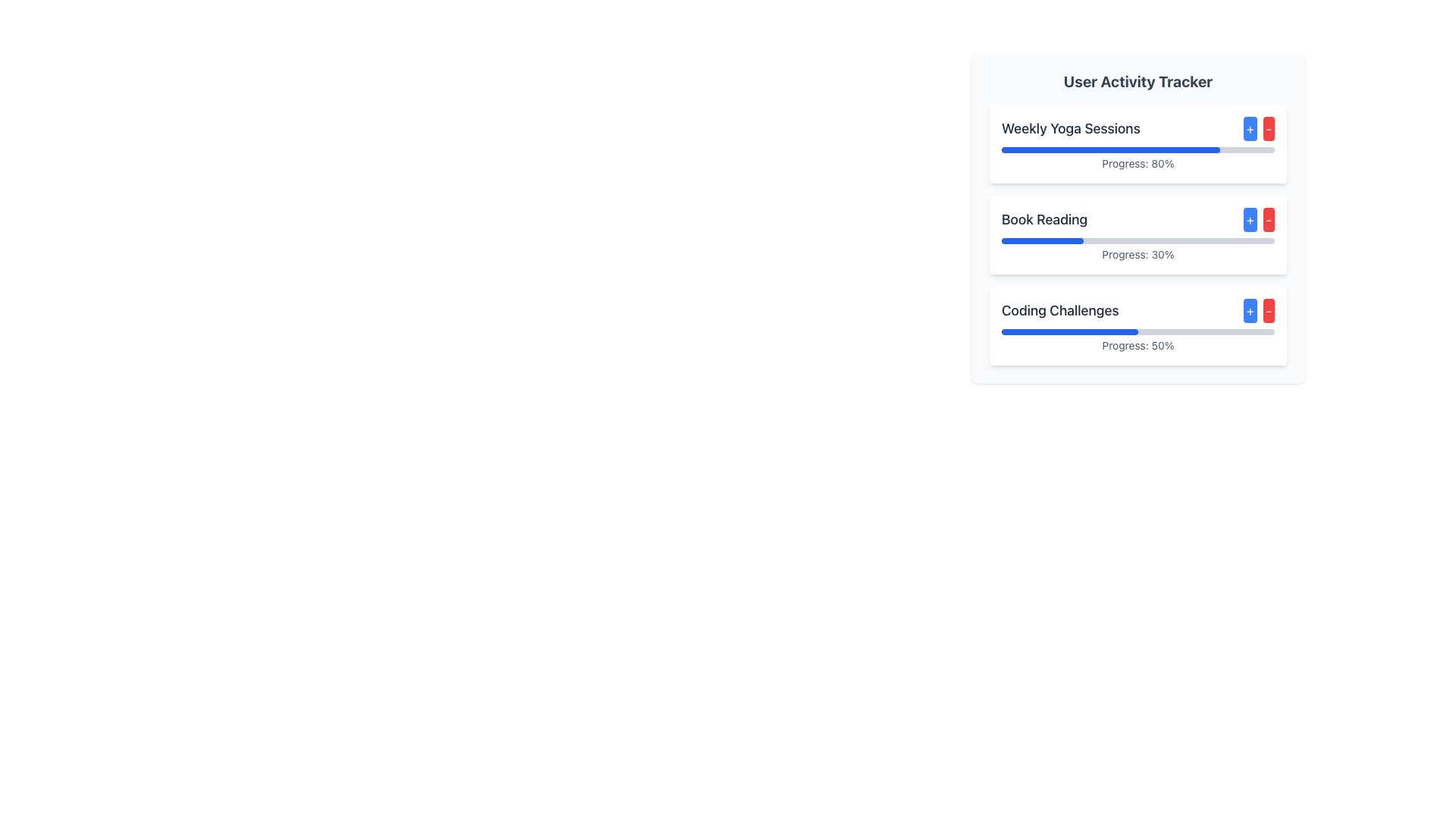  Describe the element at coordinates (1138, 164) in the screenshot. I see `text content of the progress label displaying 'Progress: 80%' located below the blue progress bar in the 'Weekly Yoga Sessions' section` at that location.